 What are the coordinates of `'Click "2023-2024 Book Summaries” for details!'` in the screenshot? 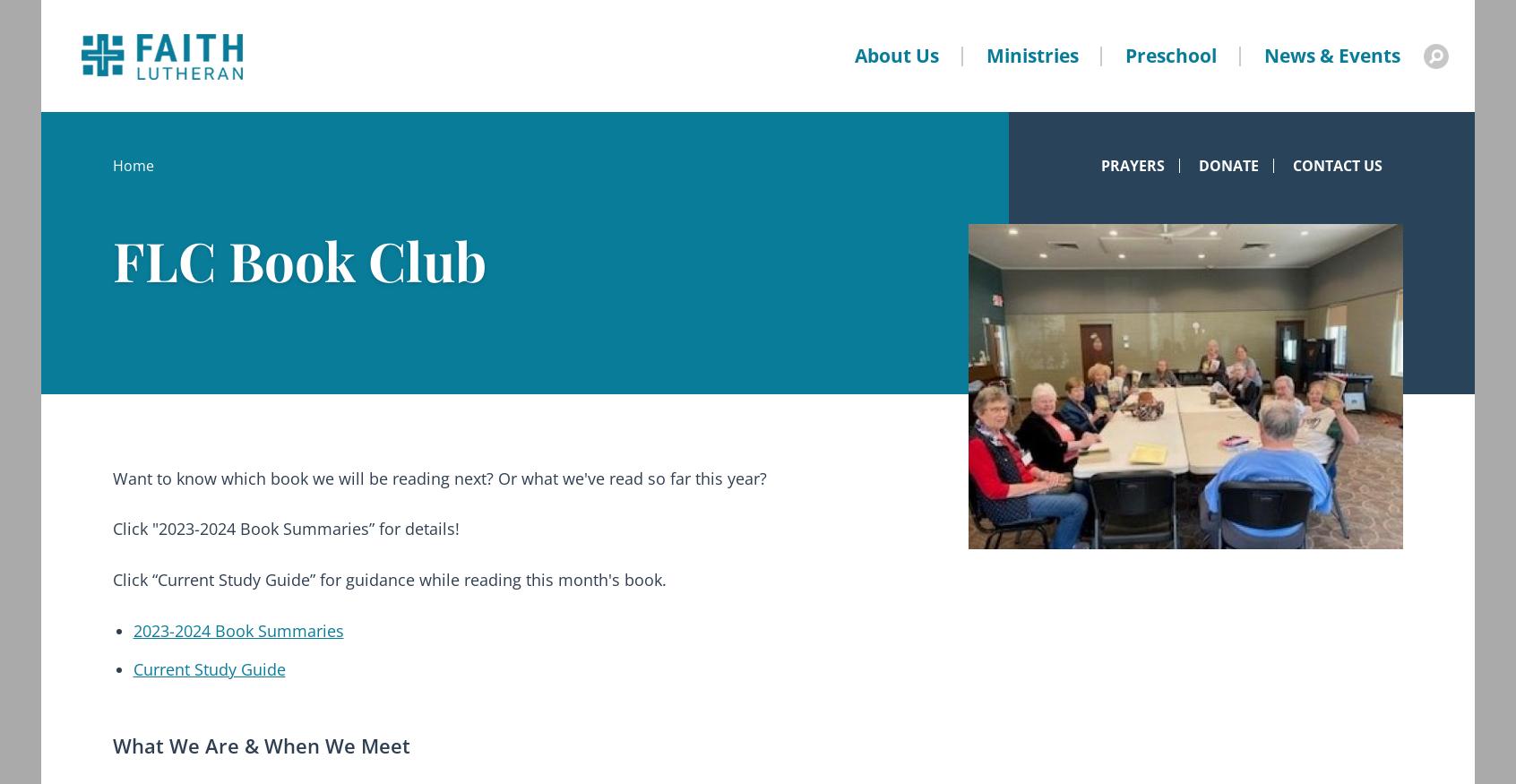 It's located at (113, 529).